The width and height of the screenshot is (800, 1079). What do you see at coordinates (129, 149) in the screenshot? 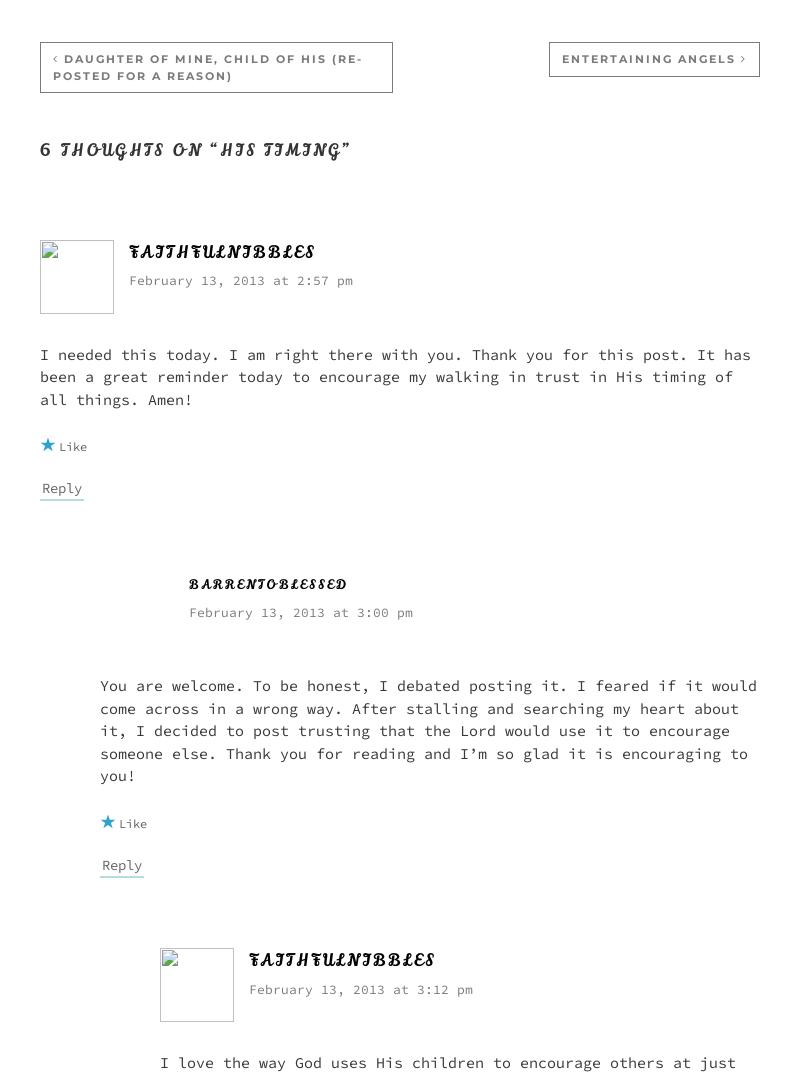
I see `'6 thoughts on “'` at bounding box center [129, 149].